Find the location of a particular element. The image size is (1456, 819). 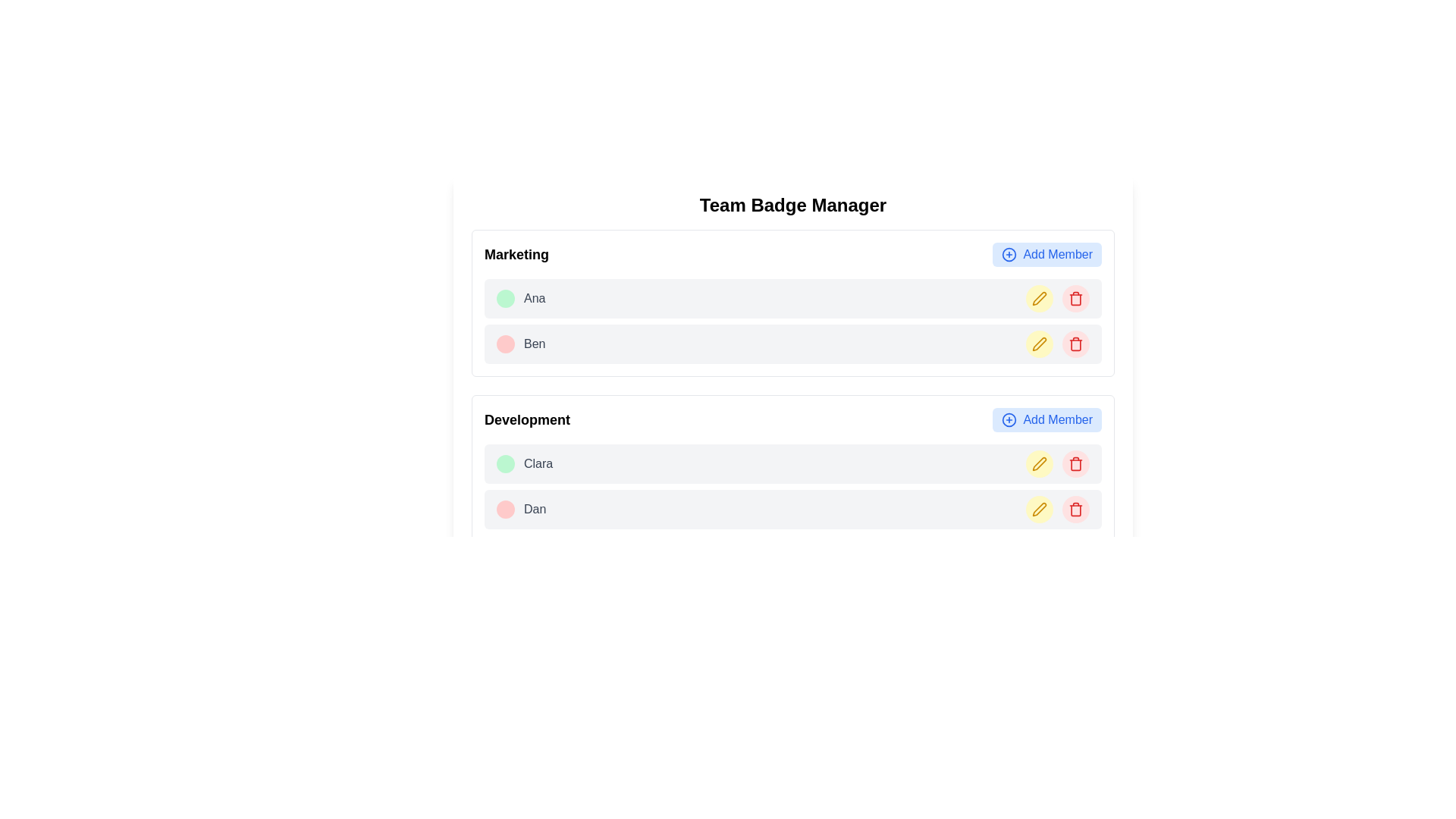

the edit icon button located in the 'Development' section next to Dan's row is located at coordinates (1039, 462).